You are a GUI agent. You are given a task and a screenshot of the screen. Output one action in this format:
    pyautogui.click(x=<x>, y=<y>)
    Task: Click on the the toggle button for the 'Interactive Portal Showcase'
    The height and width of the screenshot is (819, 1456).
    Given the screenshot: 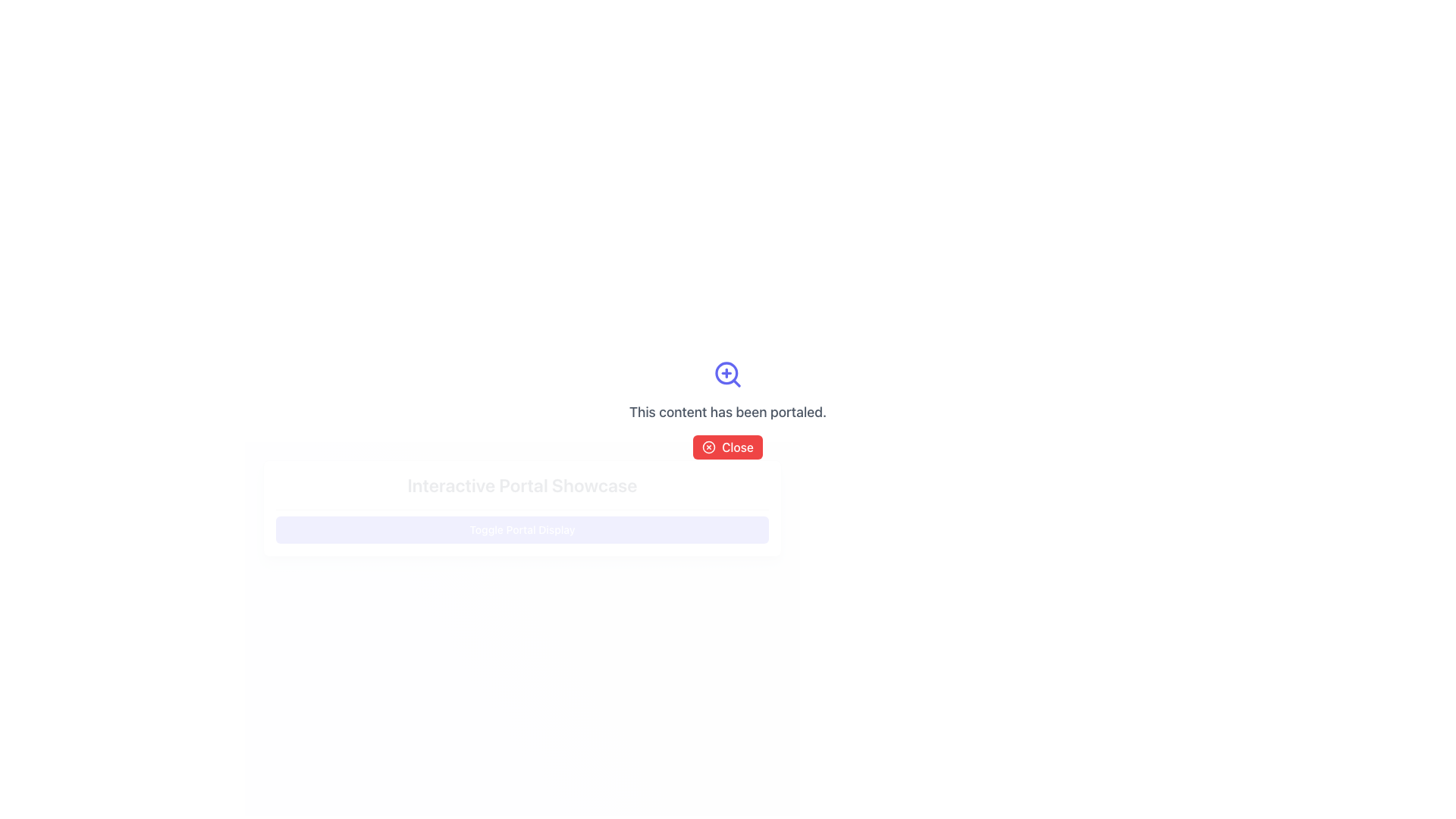 What is the action you would take?
    pyautogui.click(x=522, y=529)
    